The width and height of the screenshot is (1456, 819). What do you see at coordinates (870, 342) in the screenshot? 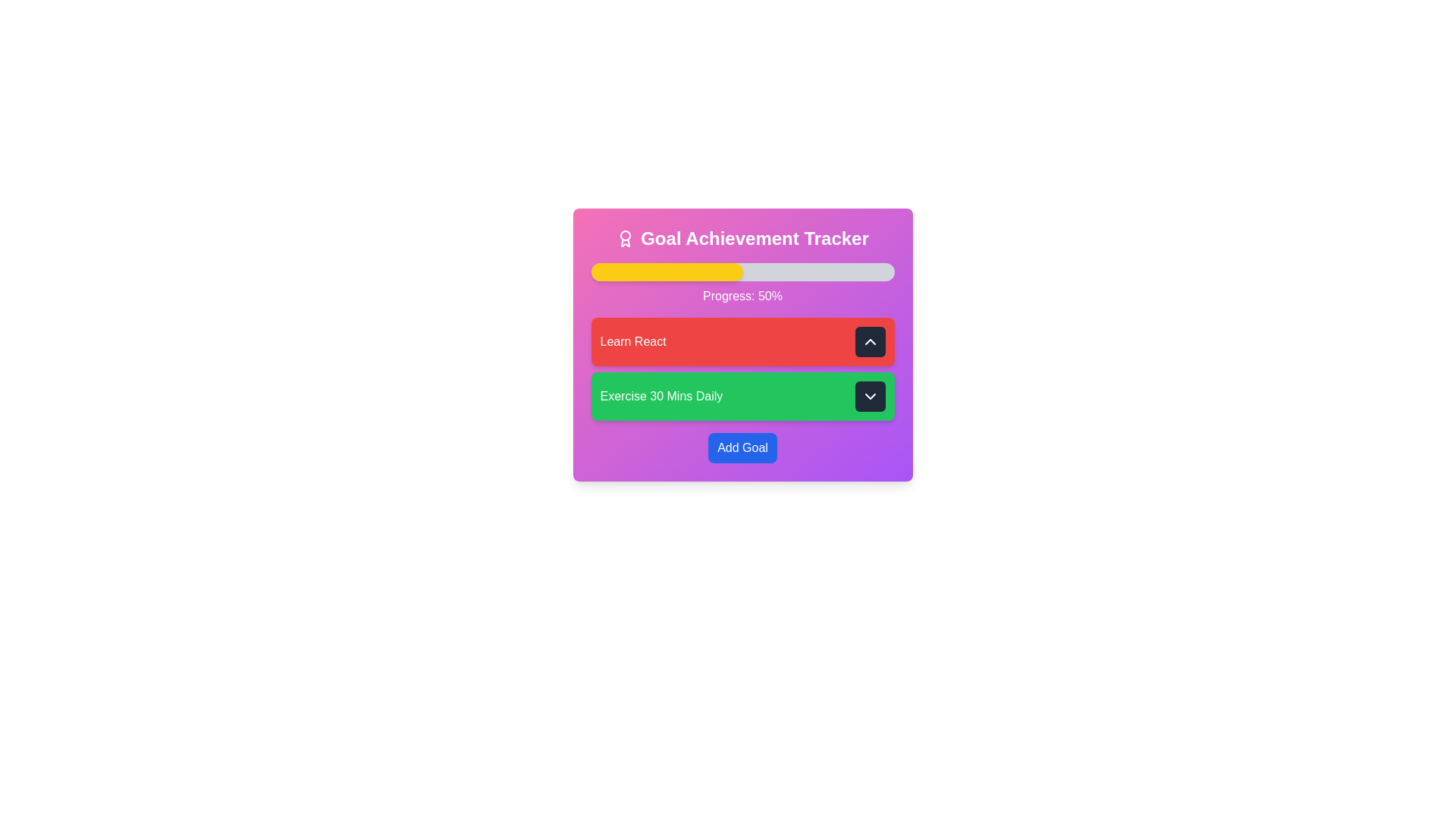
I see `the upward-pointing chevron icon located within the rounded rectangular button on the red 'Learn React' card` at bounding box center [870, 342].